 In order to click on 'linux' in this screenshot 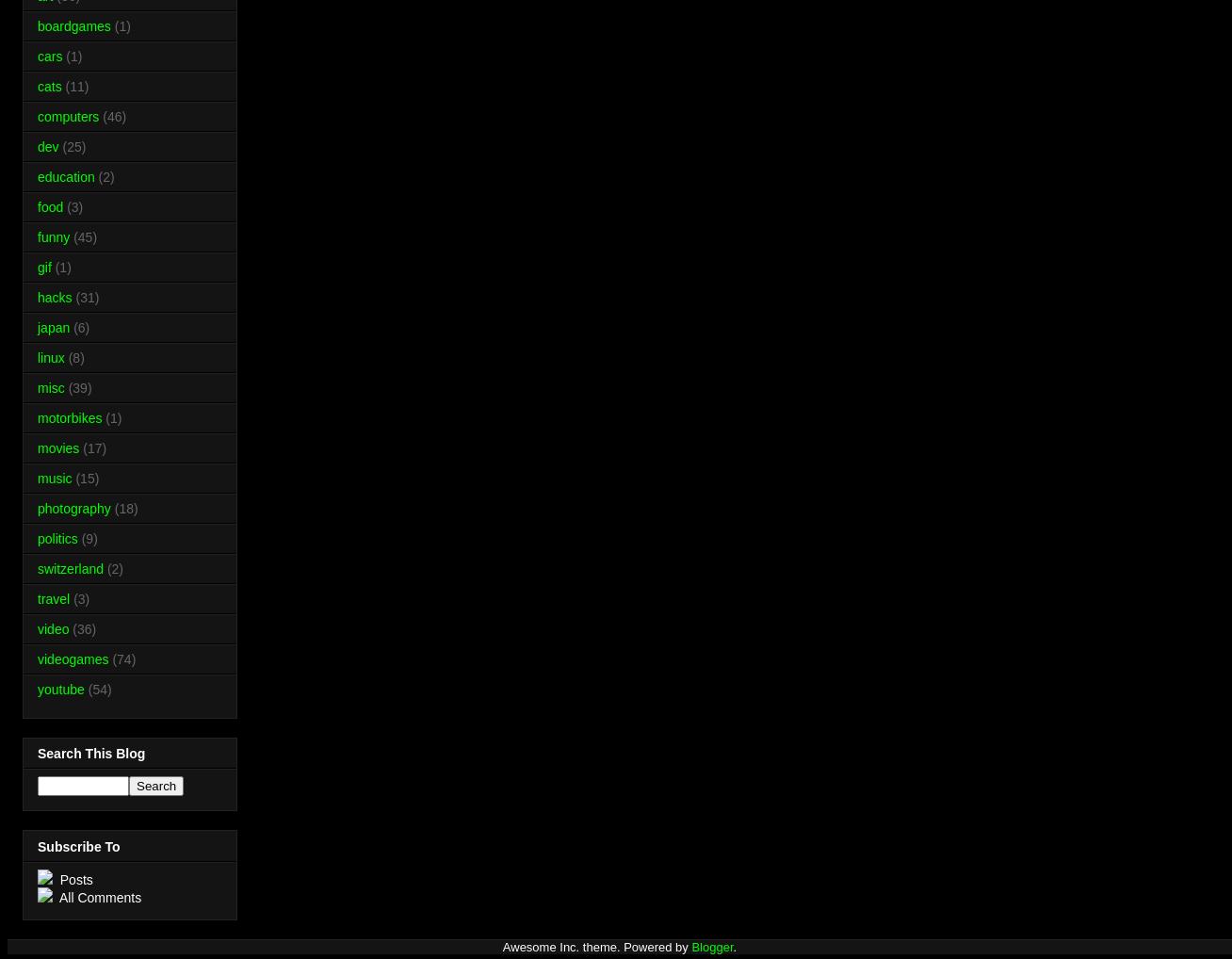, I will do `click(51, 357)`.